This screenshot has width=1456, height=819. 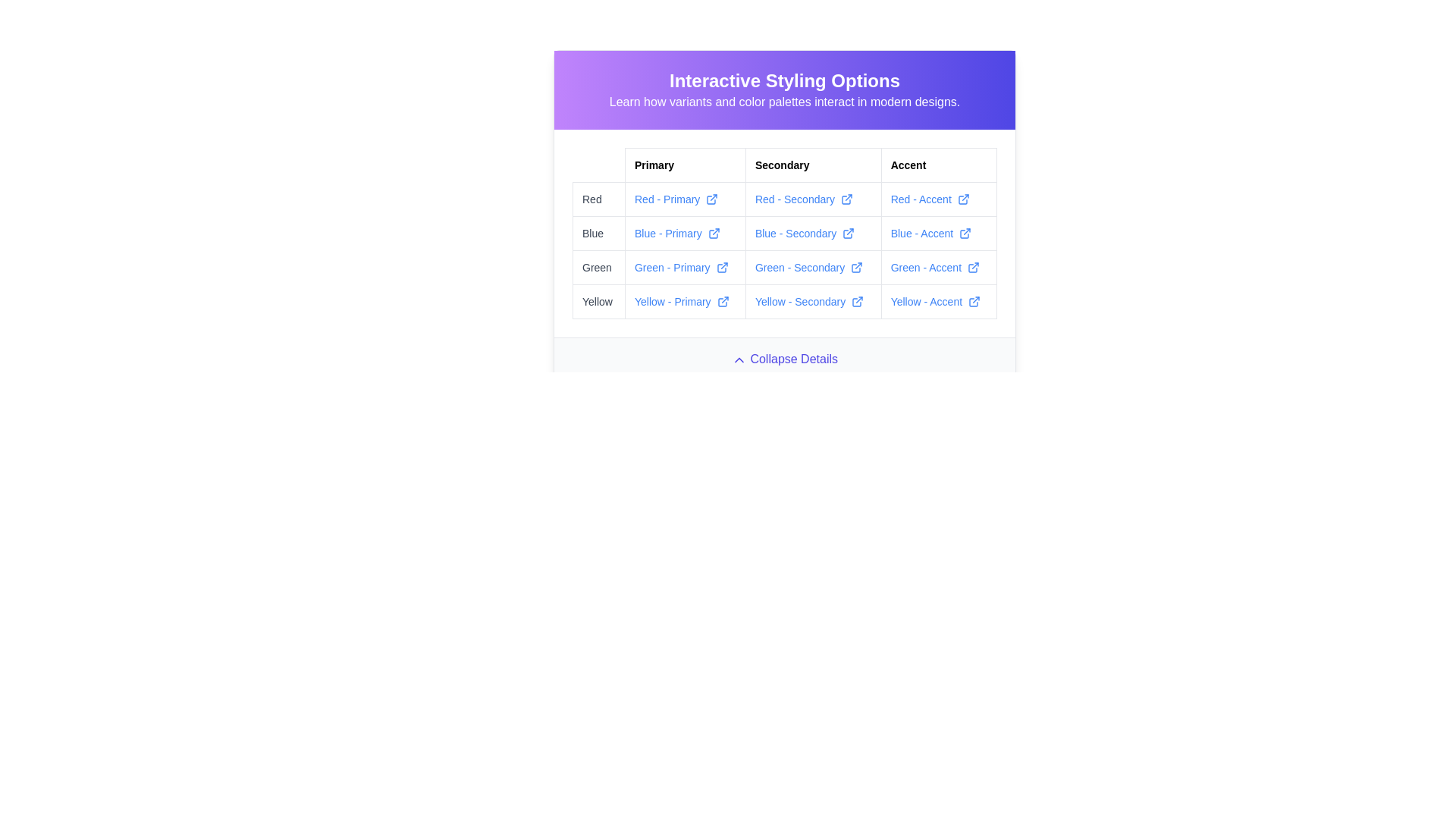 I want to click on the hyperlink in the 'Secondary' column and 'Blue' row, so click(x=804, y=234).